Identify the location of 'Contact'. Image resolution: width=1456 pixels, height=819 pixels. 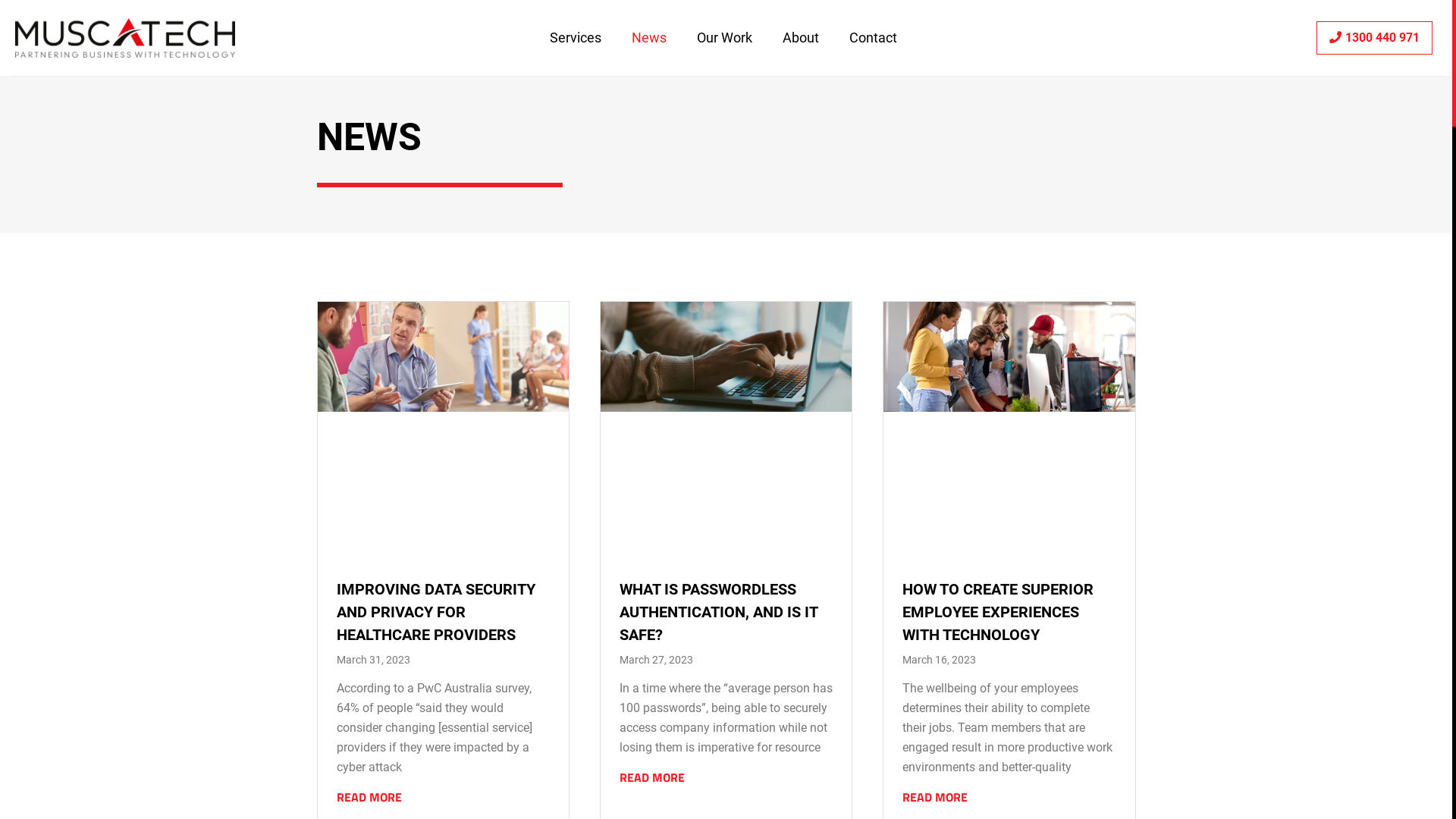
(873, 37).